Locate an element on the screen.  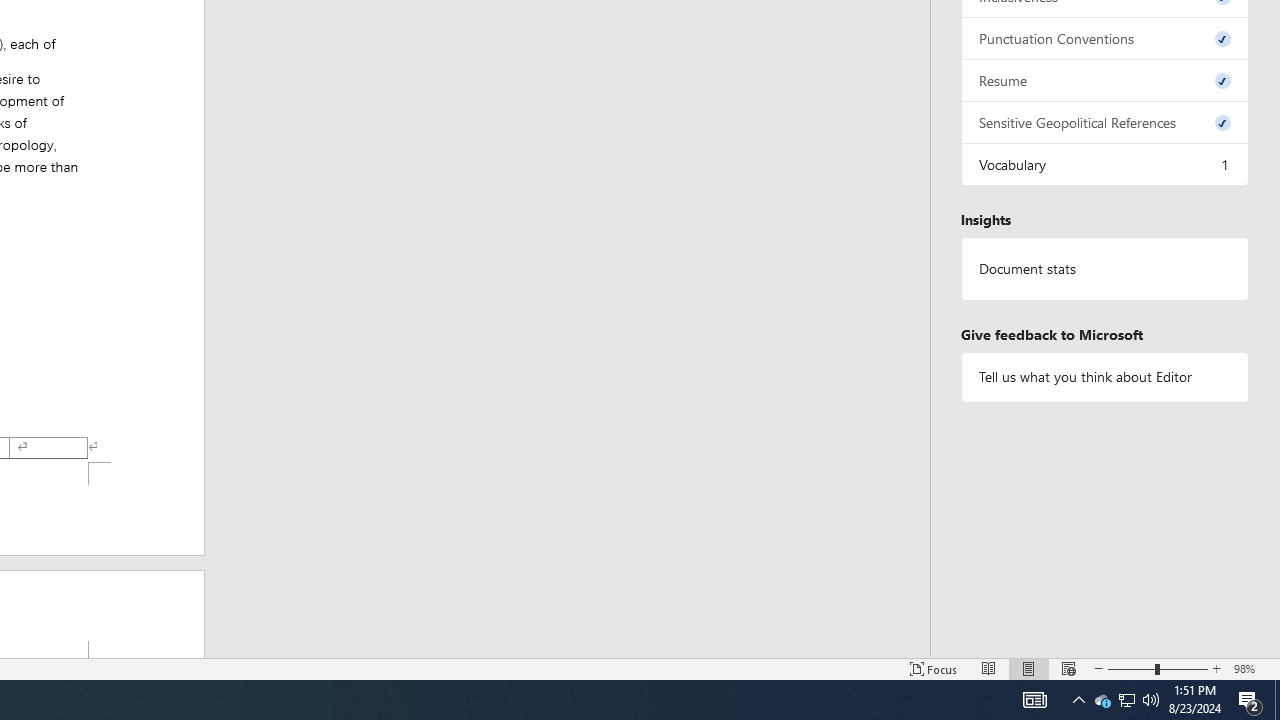
'Vocabulary, 1 issue. Press space or enter to review items.' is located at coordinates (1104, 163).